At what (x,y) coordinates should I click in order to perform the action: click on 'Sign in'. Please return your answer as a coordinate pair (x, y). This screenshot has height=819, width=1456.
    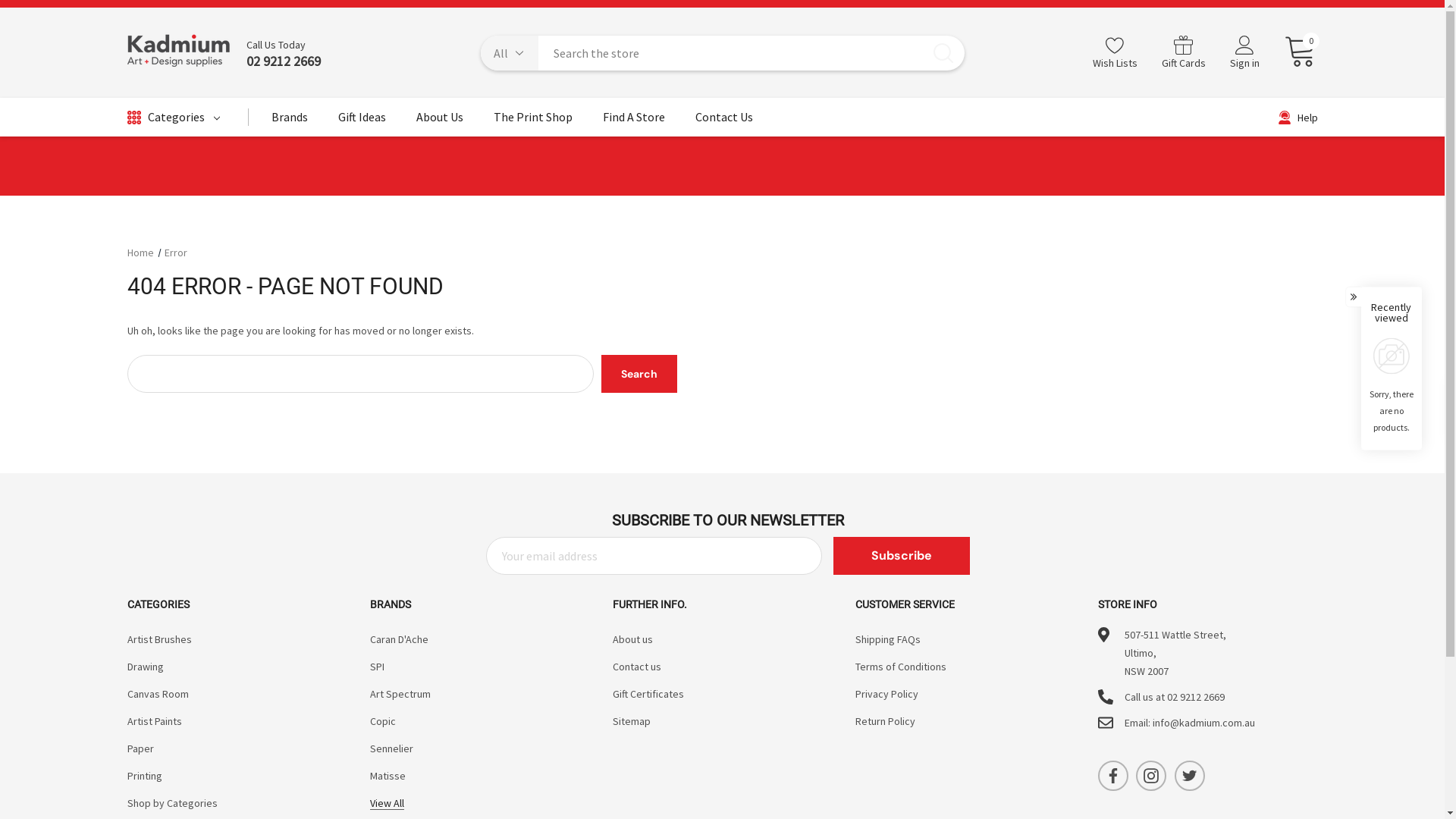
    Looking at the image, I should click on (1218, 52).